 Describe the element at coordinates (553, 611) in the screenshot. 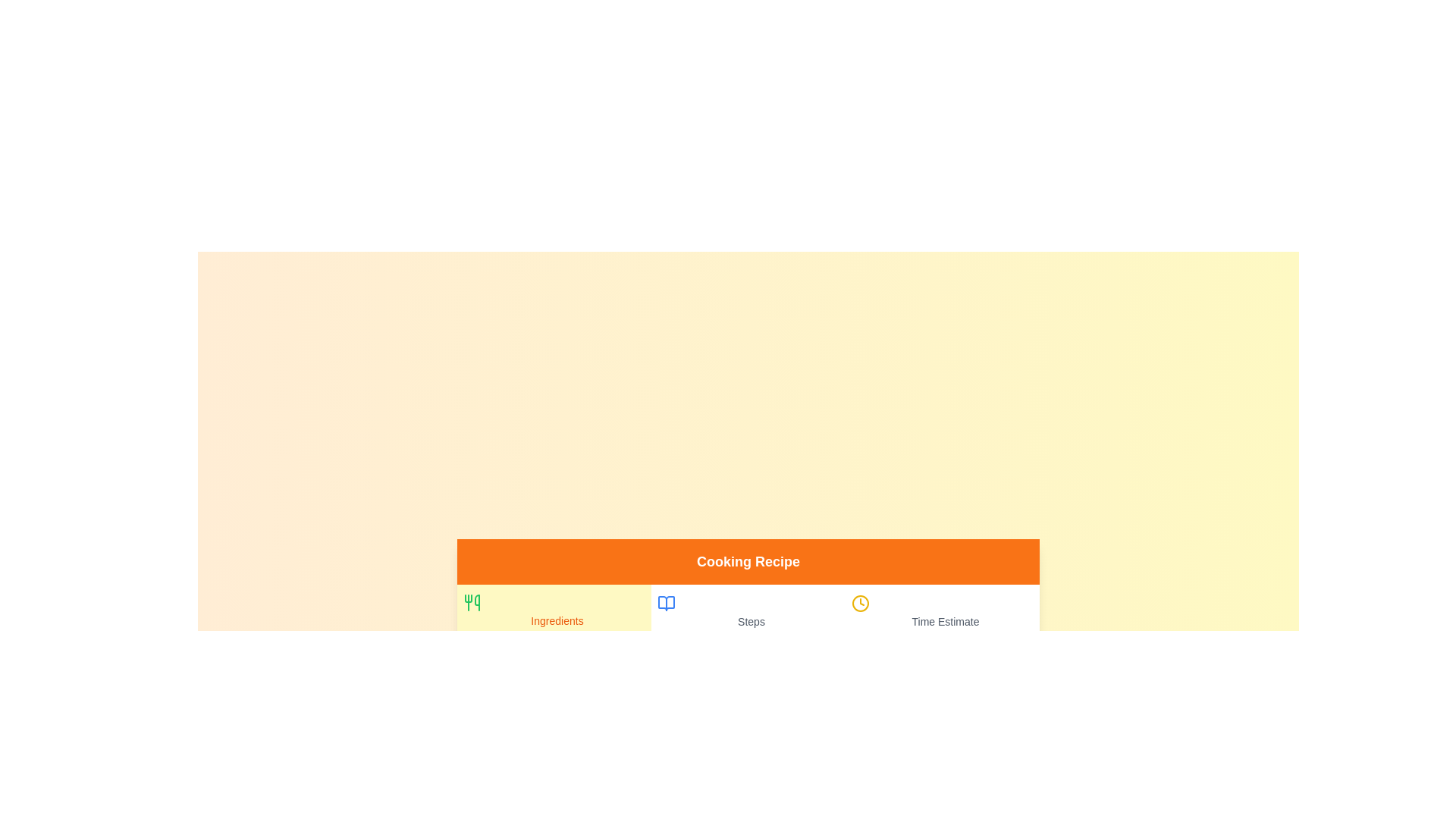

I see `the tab labeled Ingredients to switch to the corresponding section` at that location.